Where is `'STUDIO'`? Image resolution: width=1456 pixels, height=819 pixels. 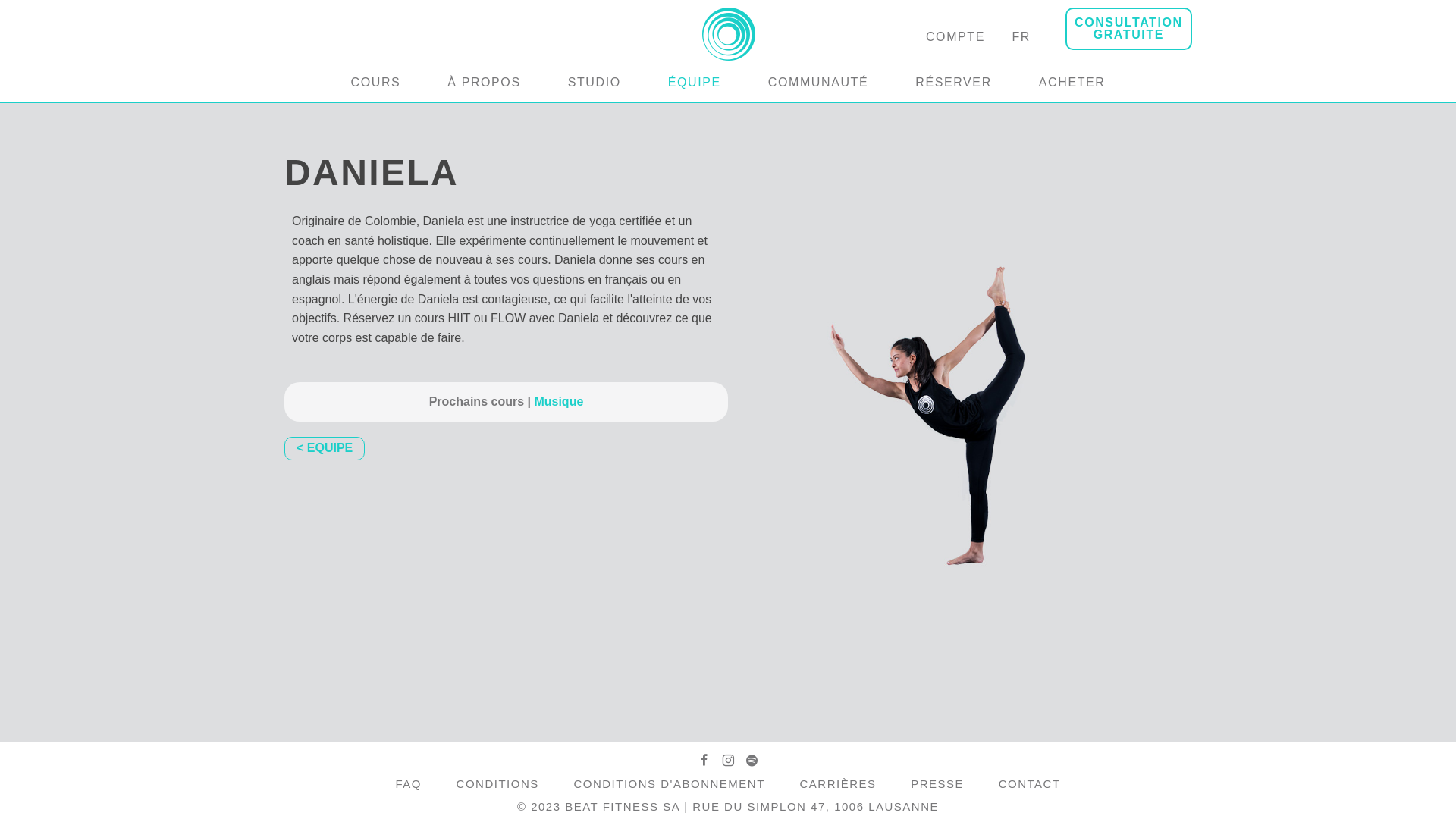
'STUDIO' is located at coordinates (593, 82).